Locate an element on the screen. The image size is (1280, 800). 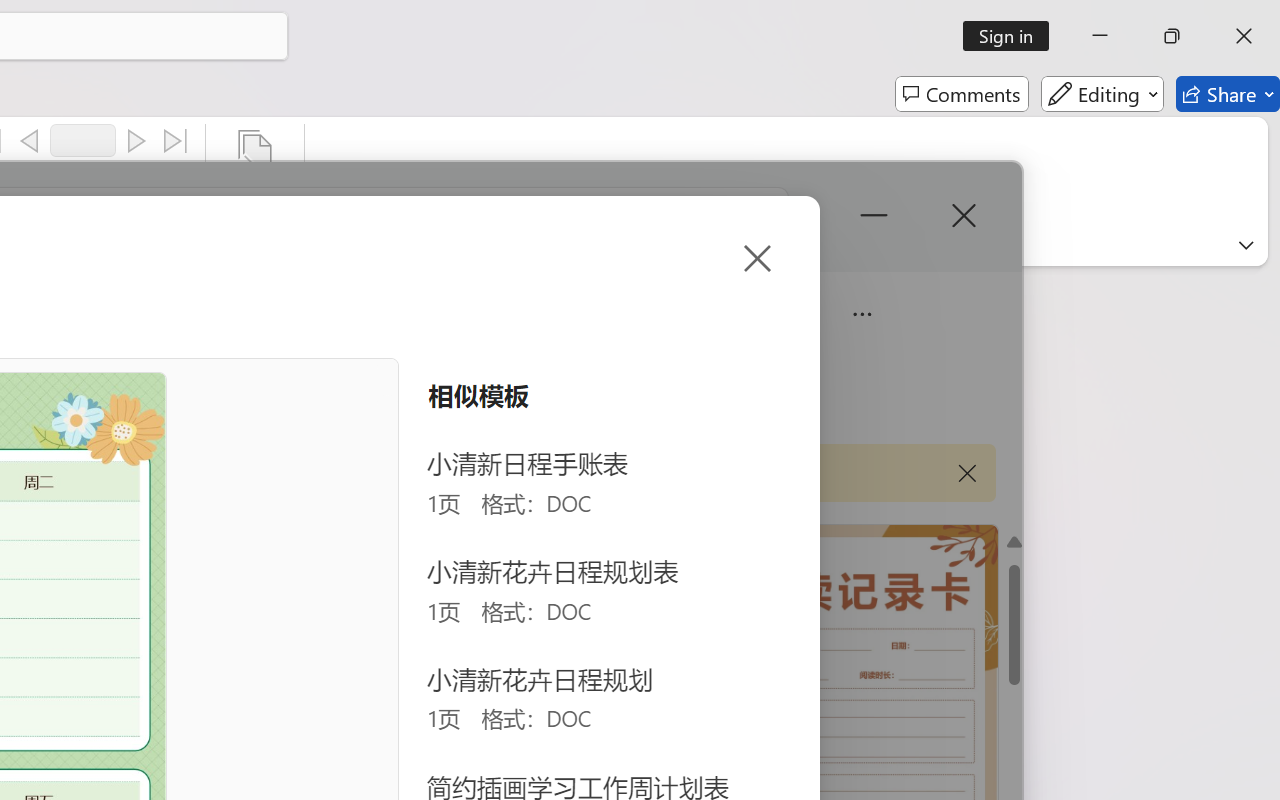
'Last' is located at coordinates (176, 141).